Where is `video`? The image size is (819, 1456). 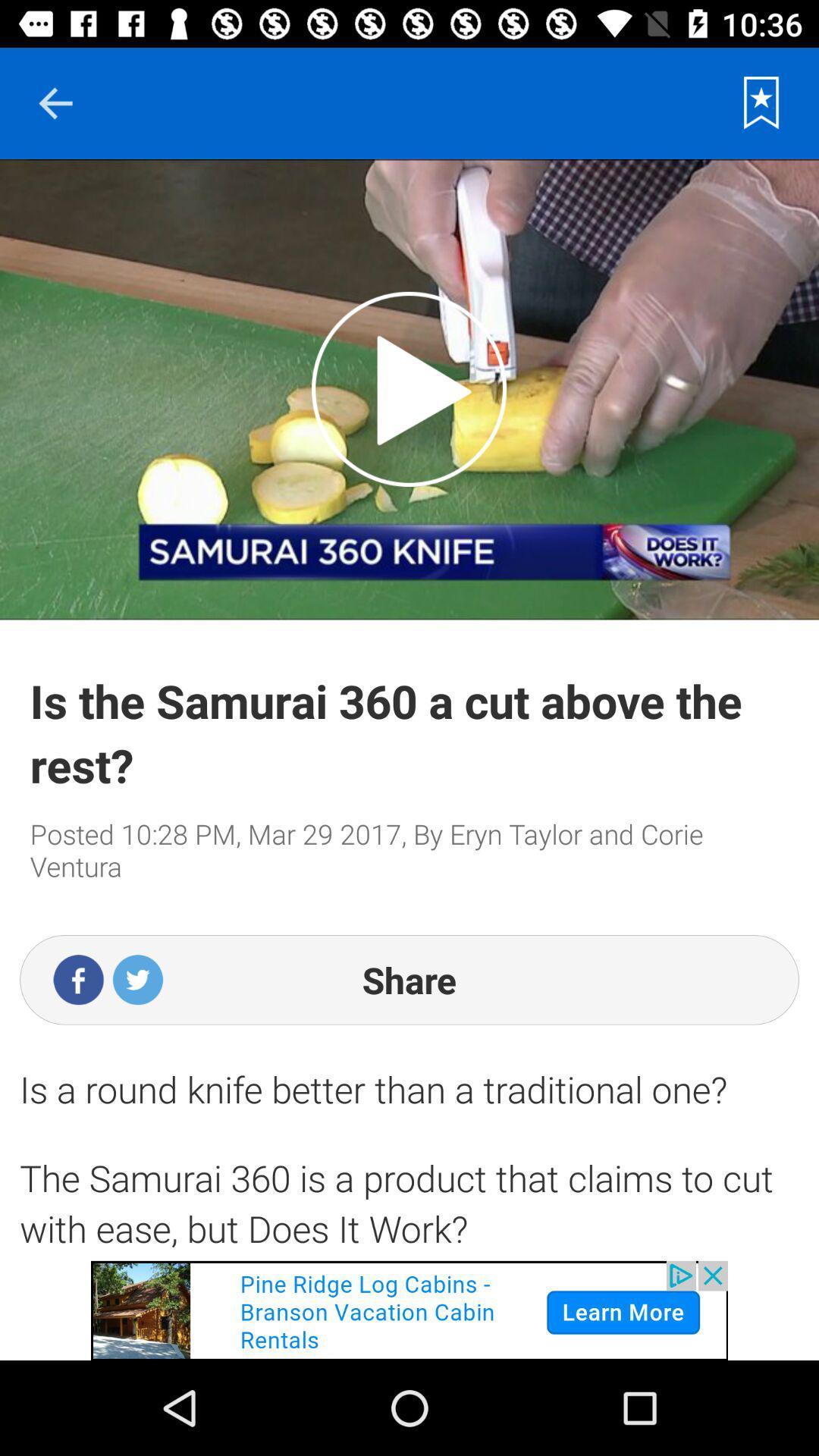
video is located at coordinates (408, 389).